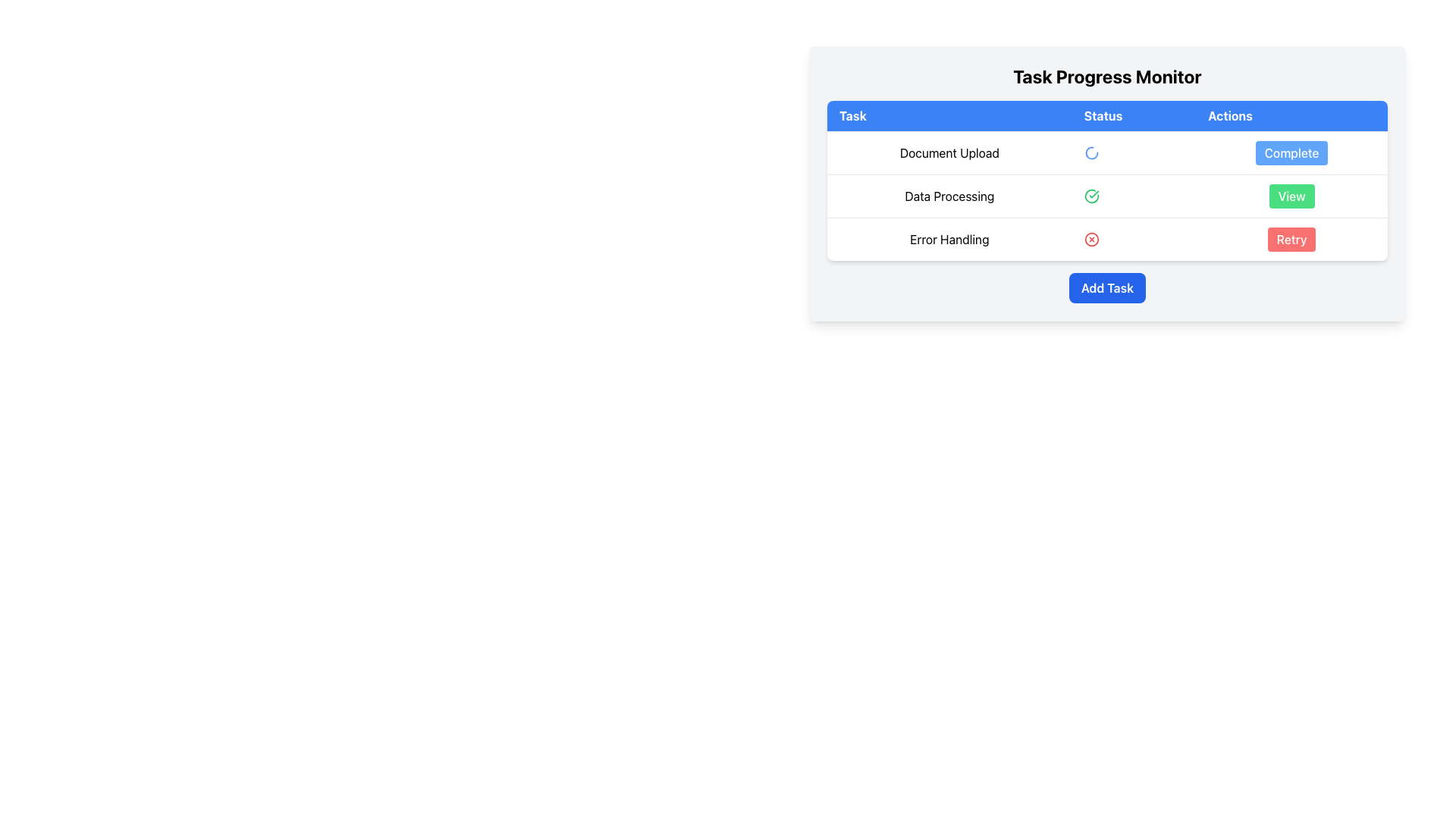  I want to click on the green check icon in the 'Data Processing' task entry, which is the second row of the structured table, so click(1107, 195).